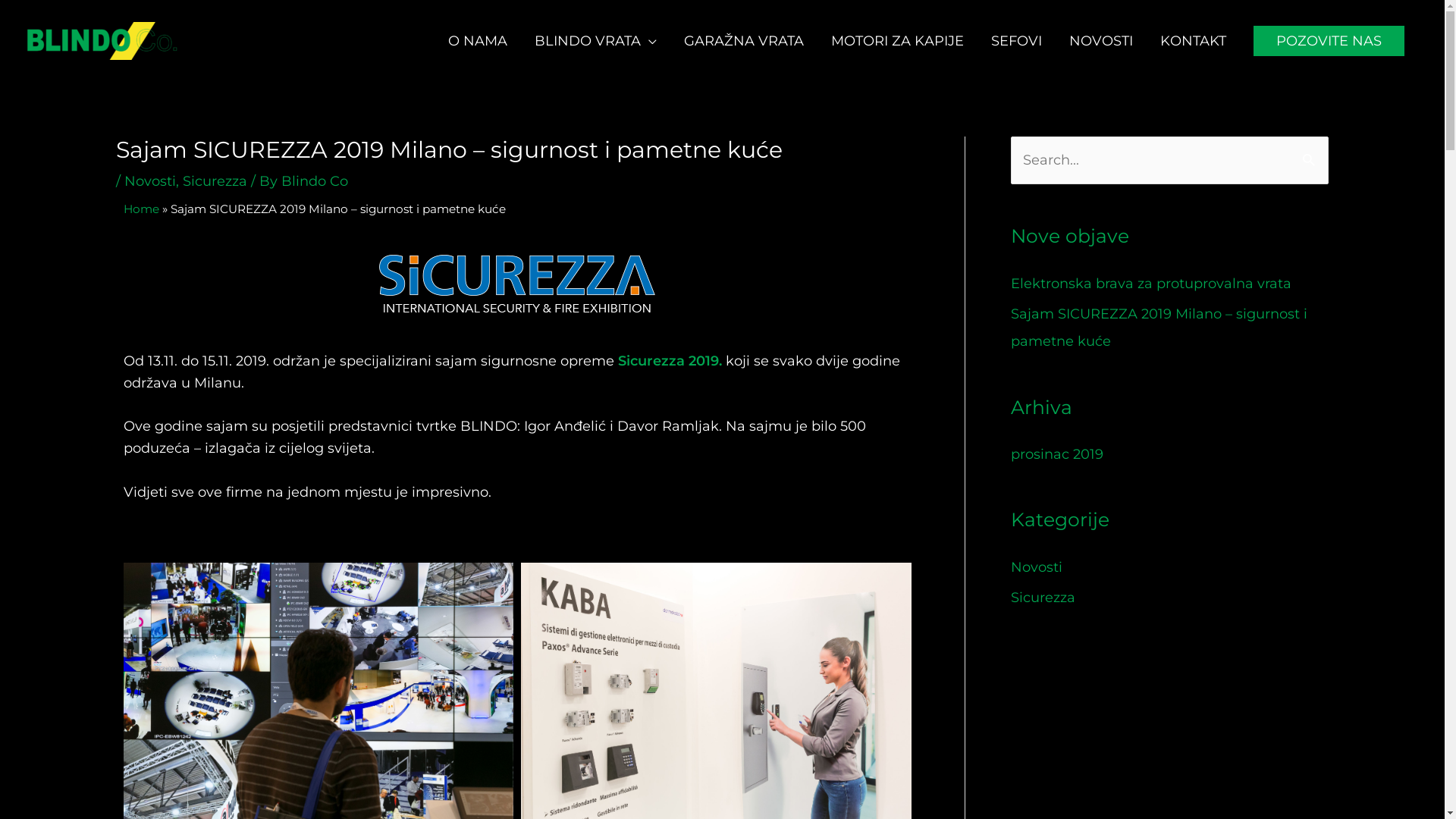 This screenshot has width=1456, height=819. Describe the element at coordinates (1150, 284) in the screenshot. I see `'Elektronska brava za protuprovalna vrata'` at that location.